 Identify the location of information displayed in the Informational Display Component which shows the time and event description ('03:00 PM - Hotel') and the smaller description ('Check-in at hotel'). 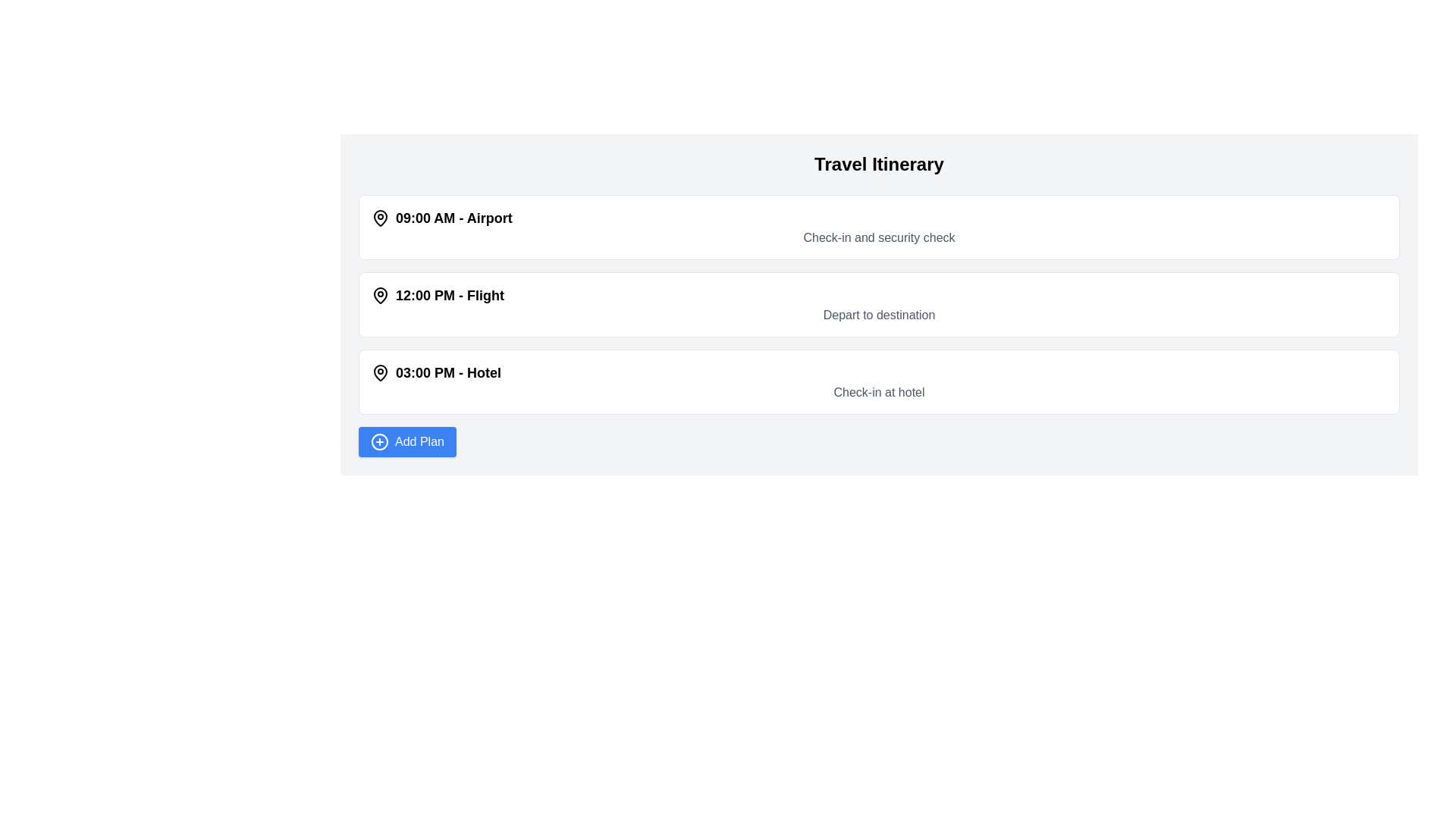
(879, 381).